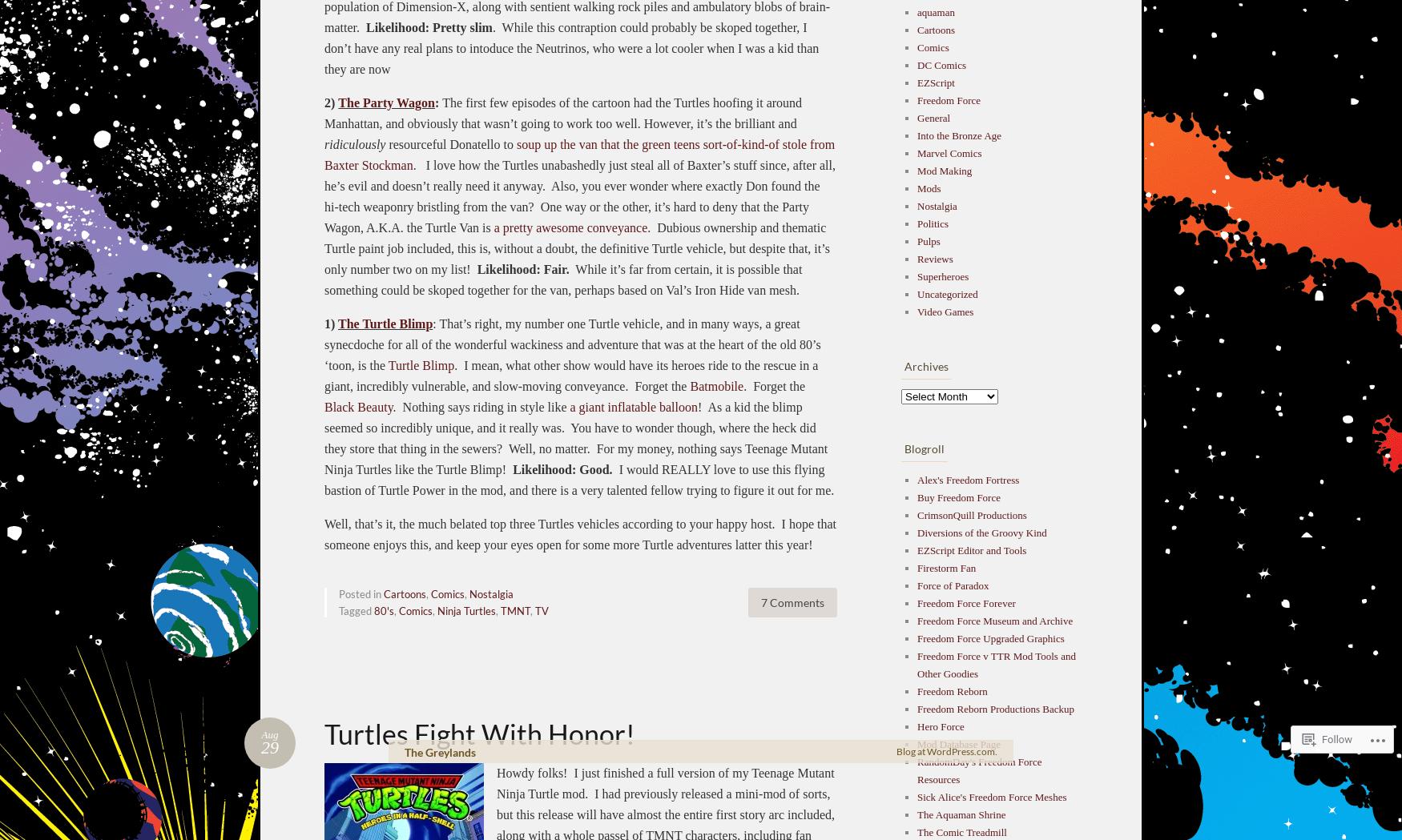  Describe the element at coordinates (420, 364) in the screenshot. I see `'Turtle Blimp'` at that location.